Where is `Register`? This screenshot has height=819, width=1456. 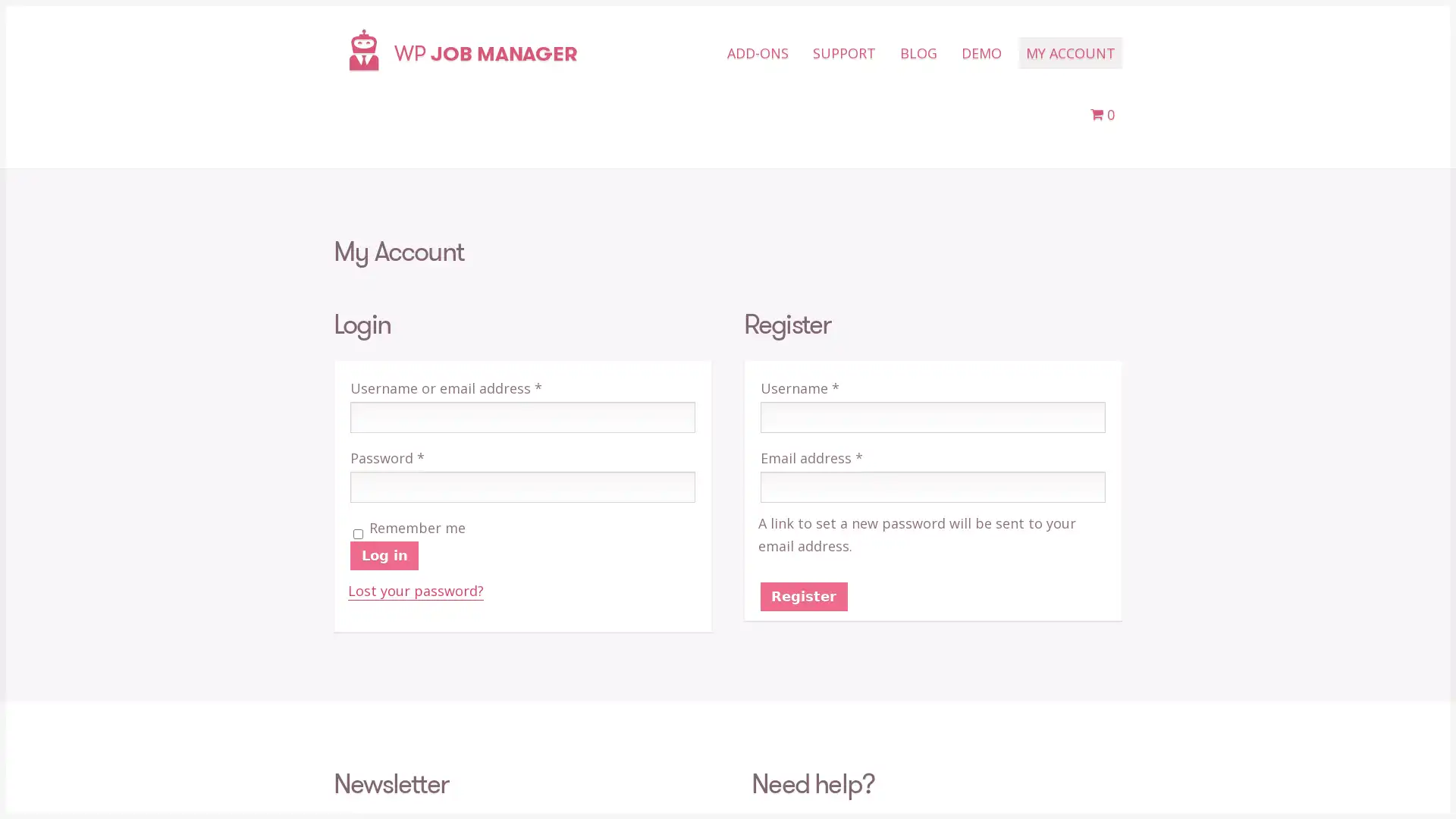 Register is located at coordinates (802, 595).